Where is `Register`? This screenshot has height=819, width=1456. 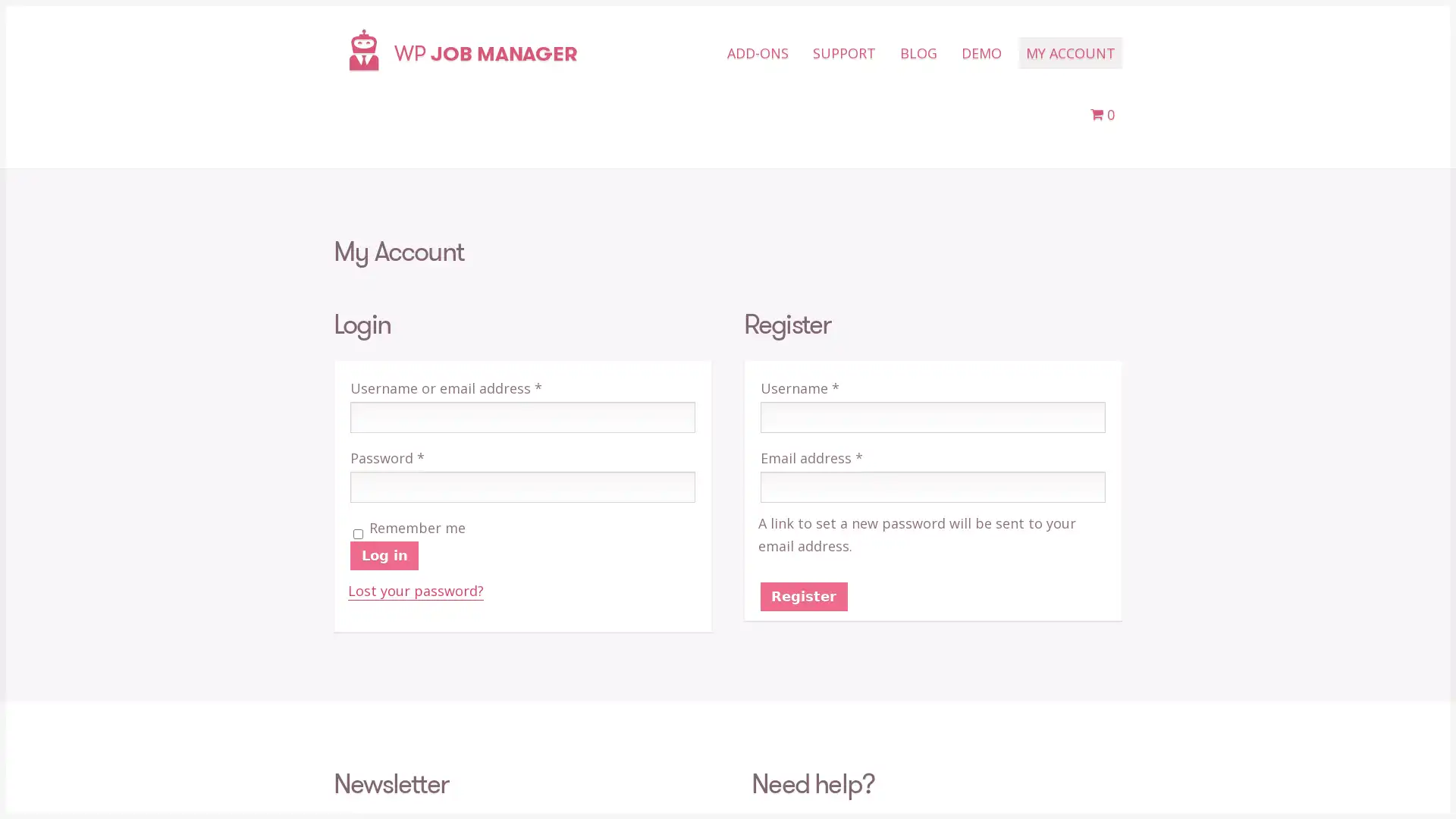 Register is located at coordinates (802, 595).